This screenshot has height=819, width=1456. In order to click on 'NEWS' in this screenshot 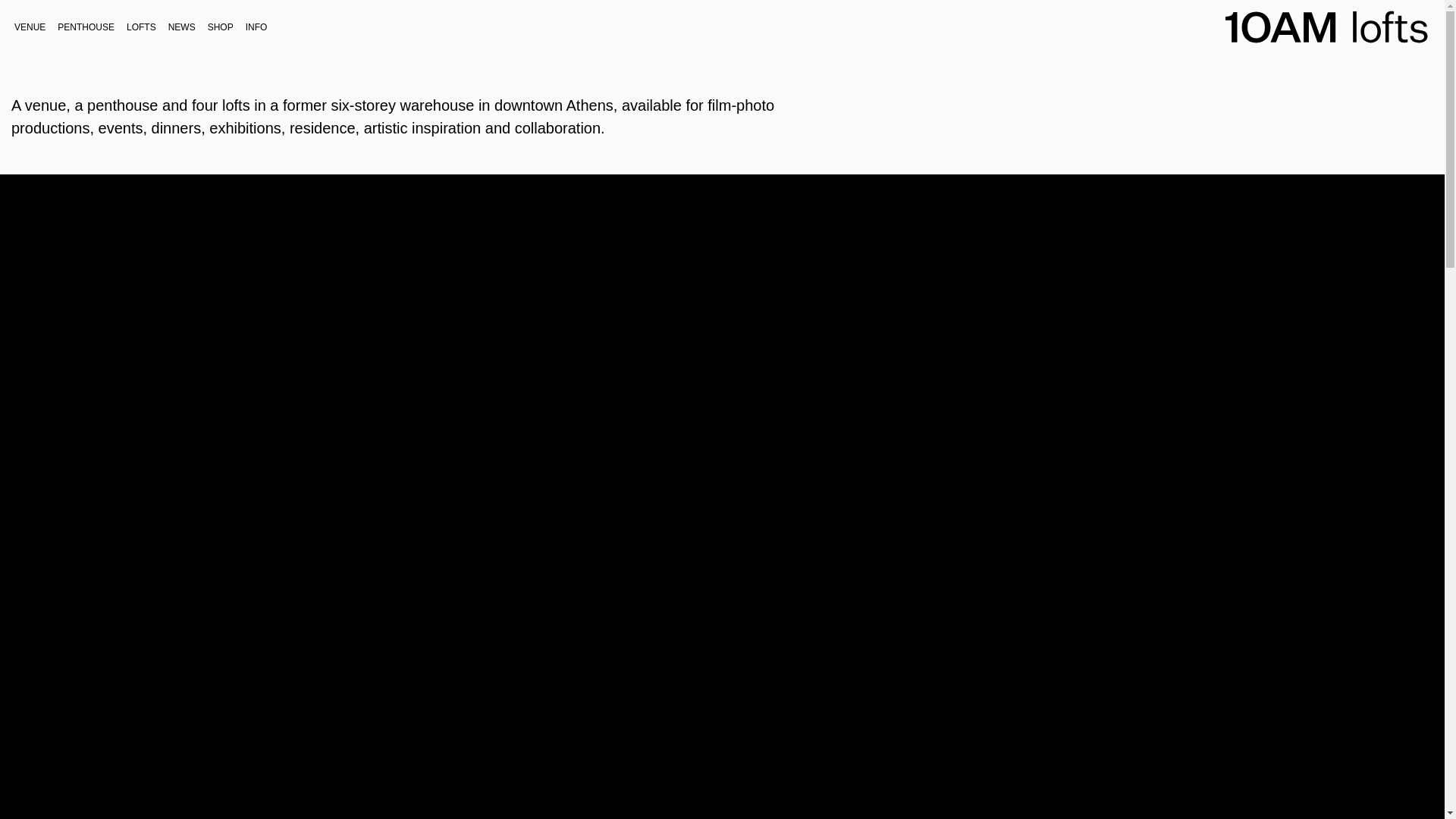, I will do `click(182, 26)`.